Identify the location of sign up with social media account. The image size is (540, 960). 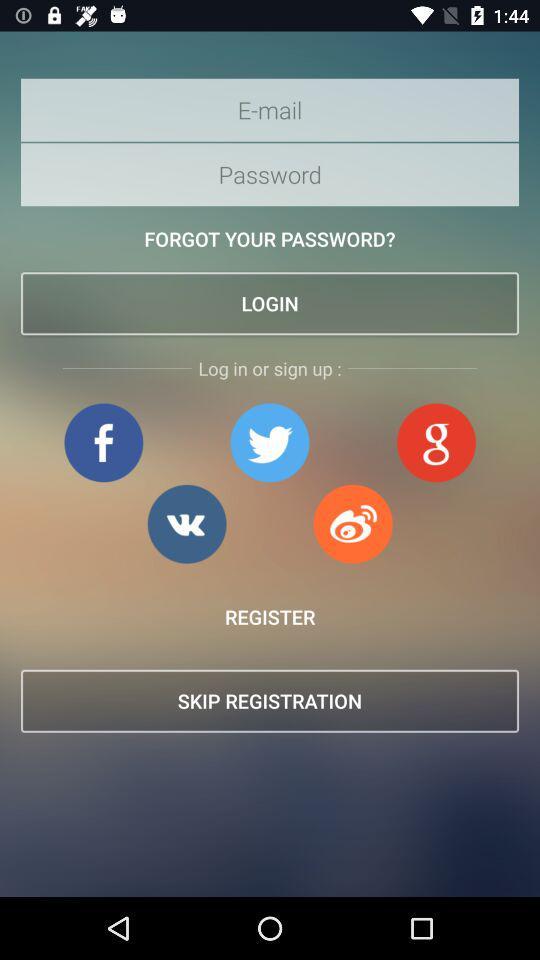
(352, 523).